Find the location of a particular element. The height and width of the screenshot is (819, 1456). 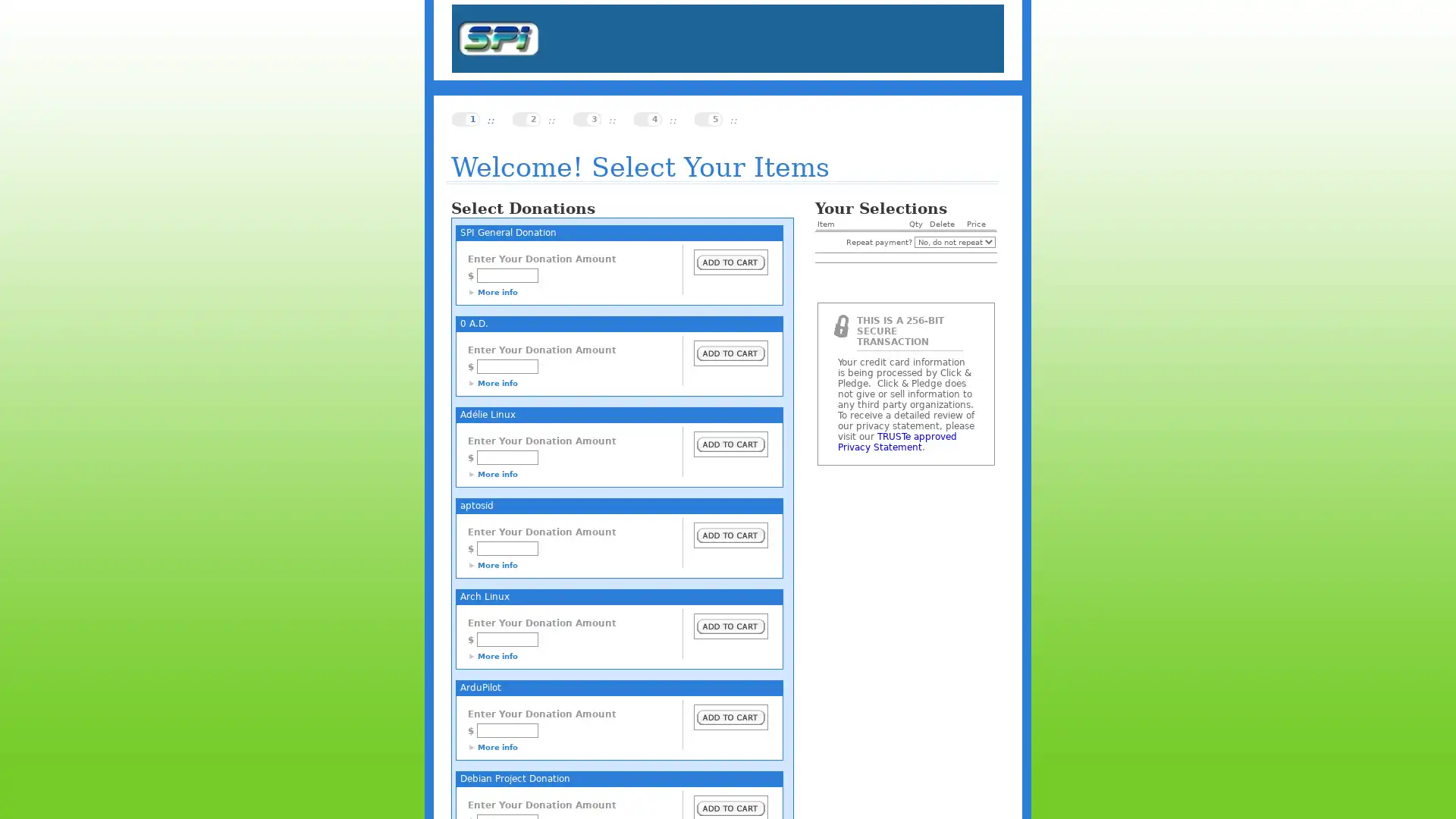

Submit is located at coordinates (731, 626).